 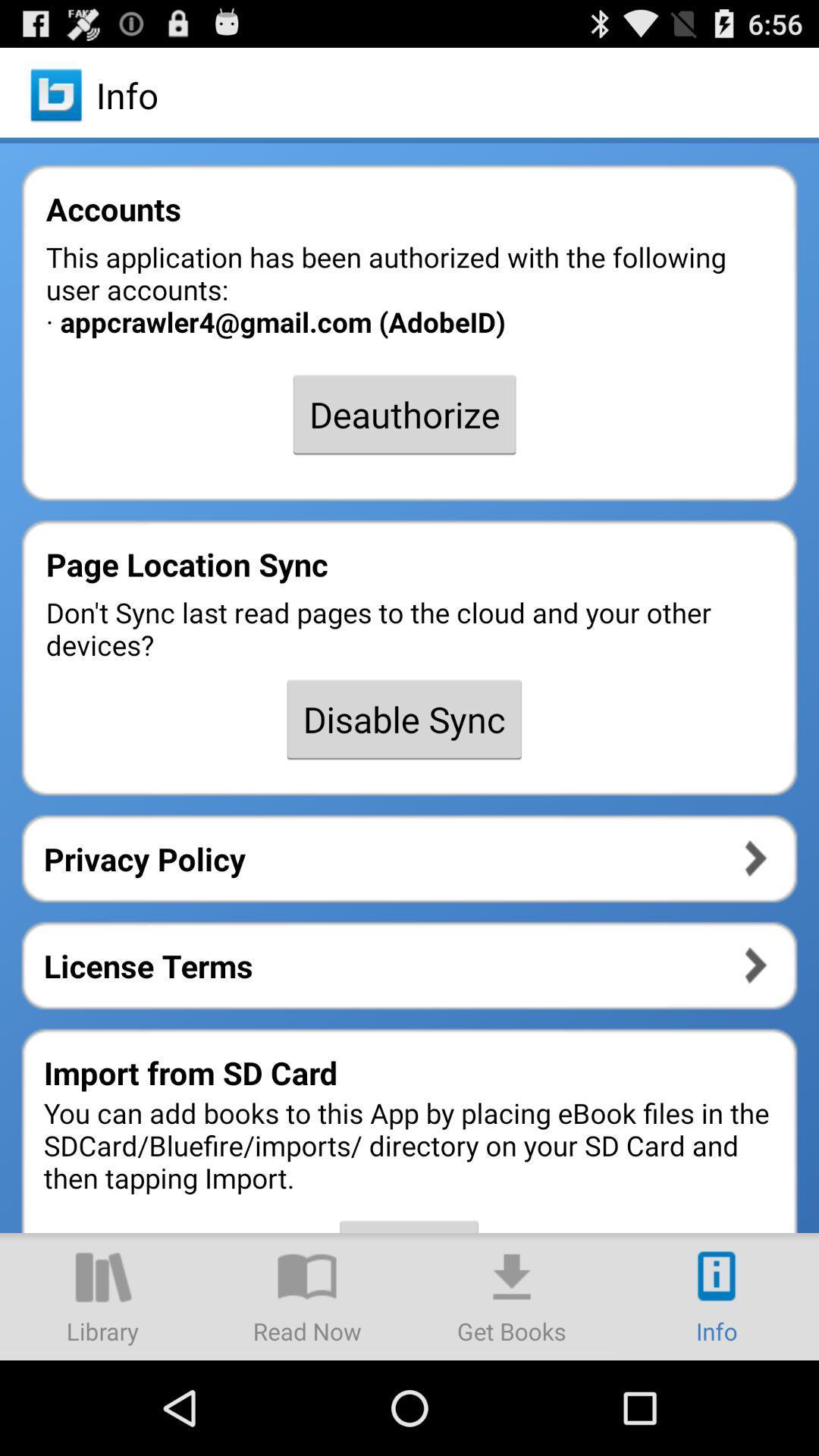 I want to click on open read now screen, so click(x=307, y=1295).